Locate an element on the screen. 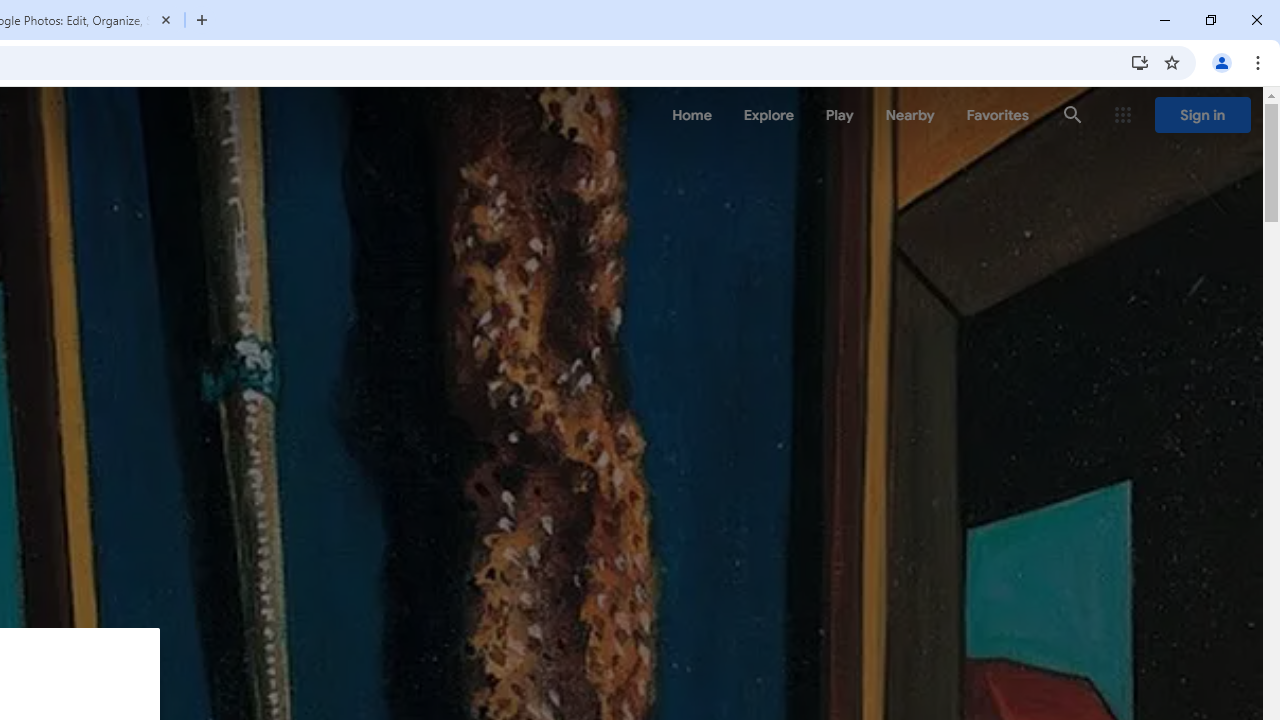 The image size is (1280, 720). 'Nearby' is located at coordinates (909, 115).